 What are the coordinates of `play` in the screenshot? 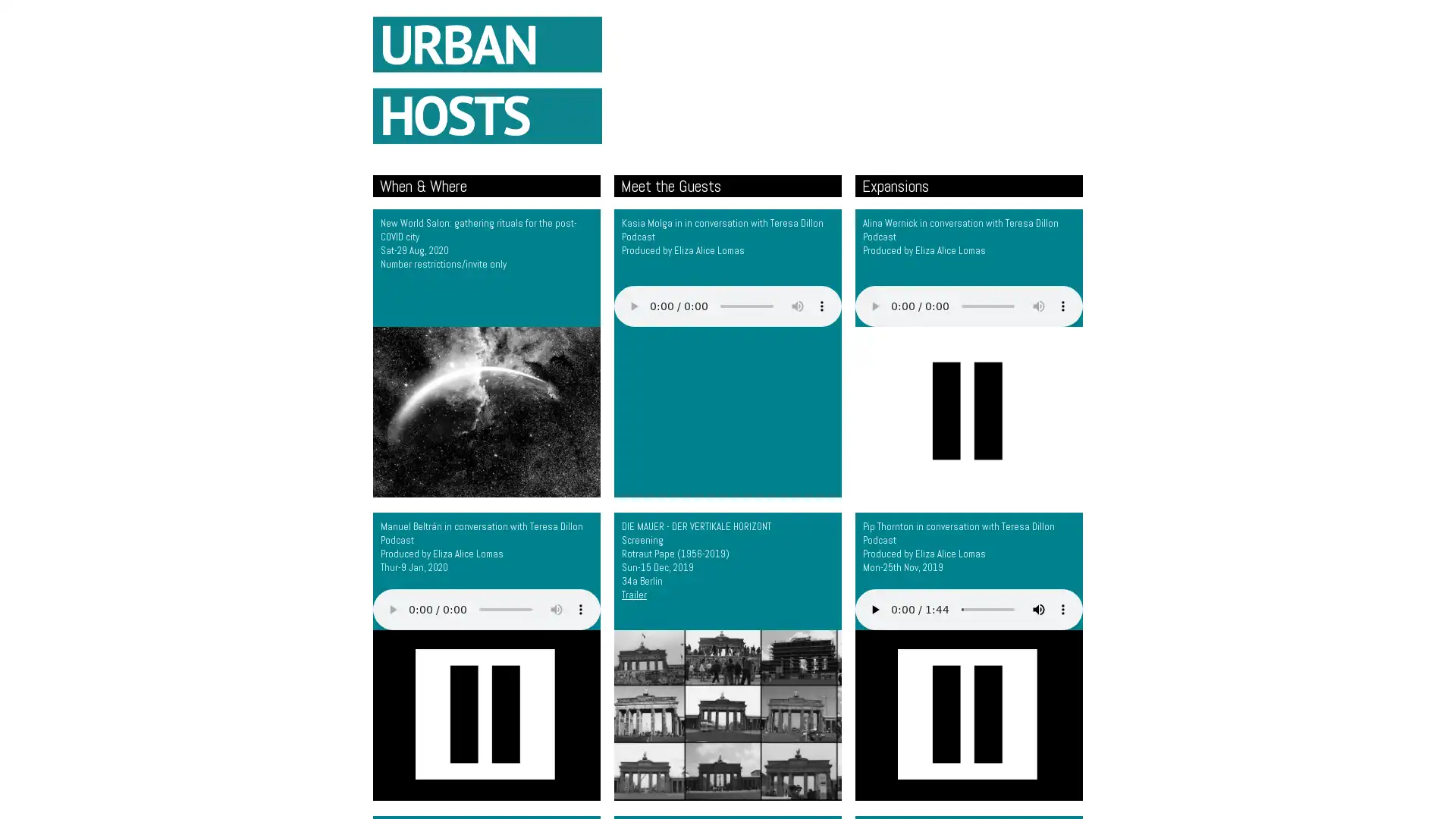 It's located at (874, 306).